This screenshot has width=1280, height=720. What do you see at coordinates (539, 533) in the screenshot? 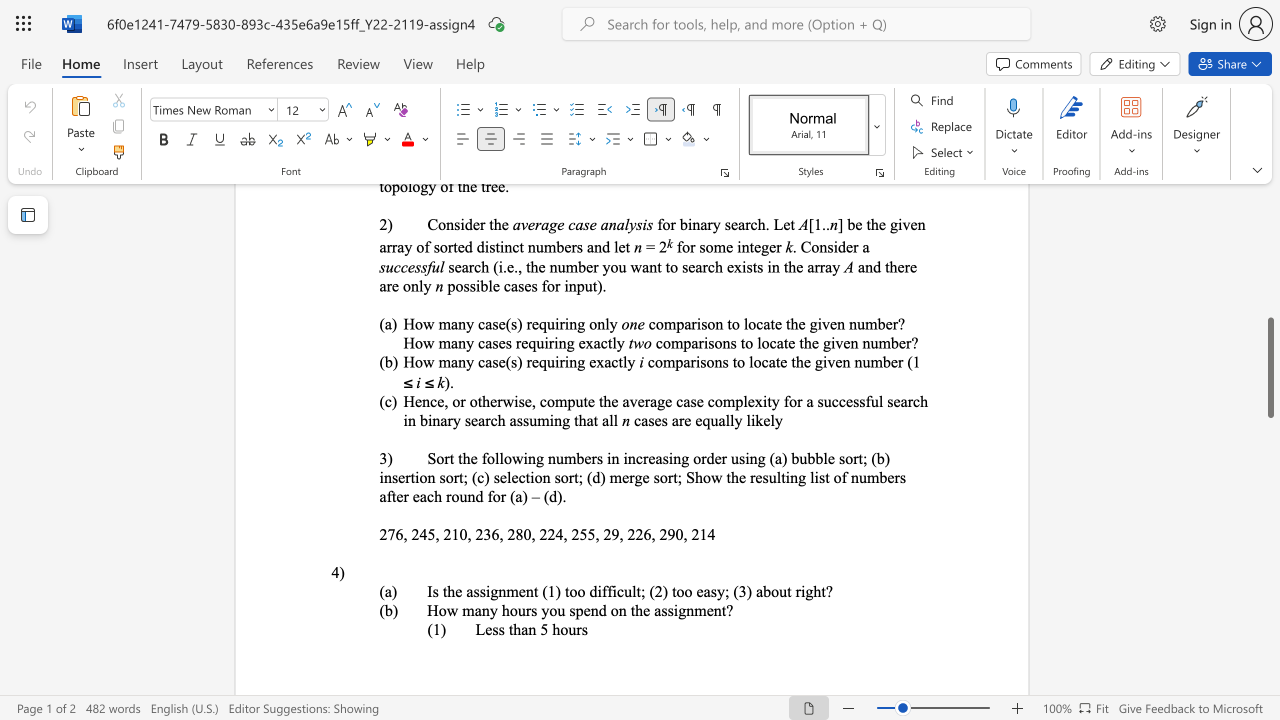
I see `the subset text "224" within the text "276, 245, 210, 236, 280, 224, 255, 29, 226, 290, 214"` at bounding box center [539, 533].